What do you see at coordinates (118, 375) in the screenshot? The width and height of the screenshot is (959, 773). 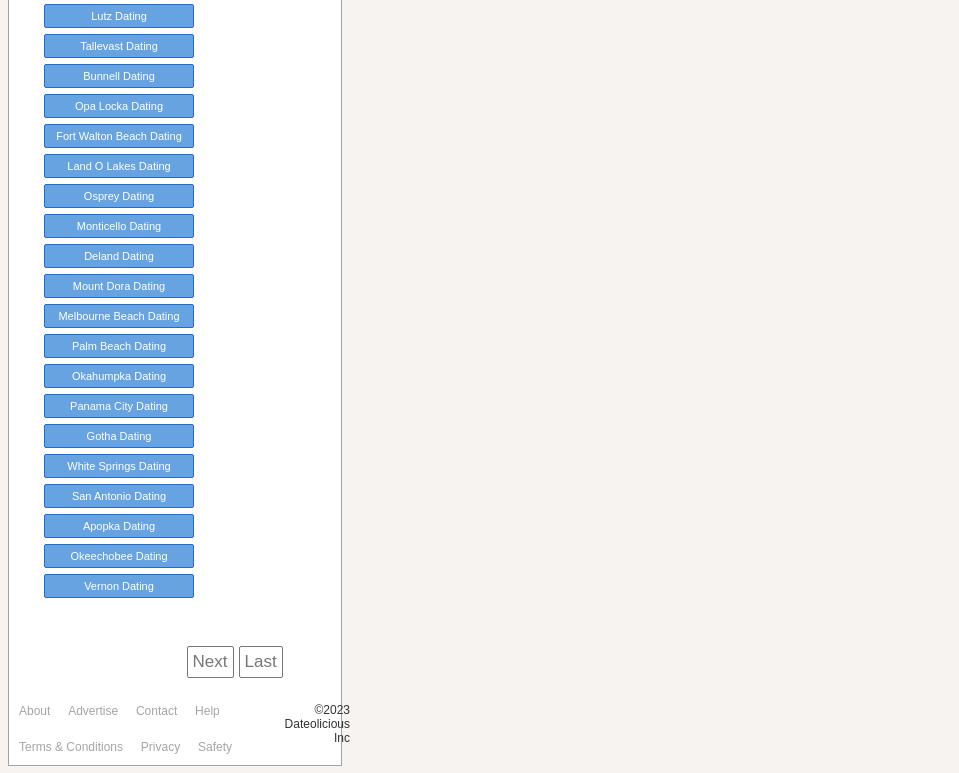 I see `'Okahumpka Dating'` at bounding box center [118, 375].